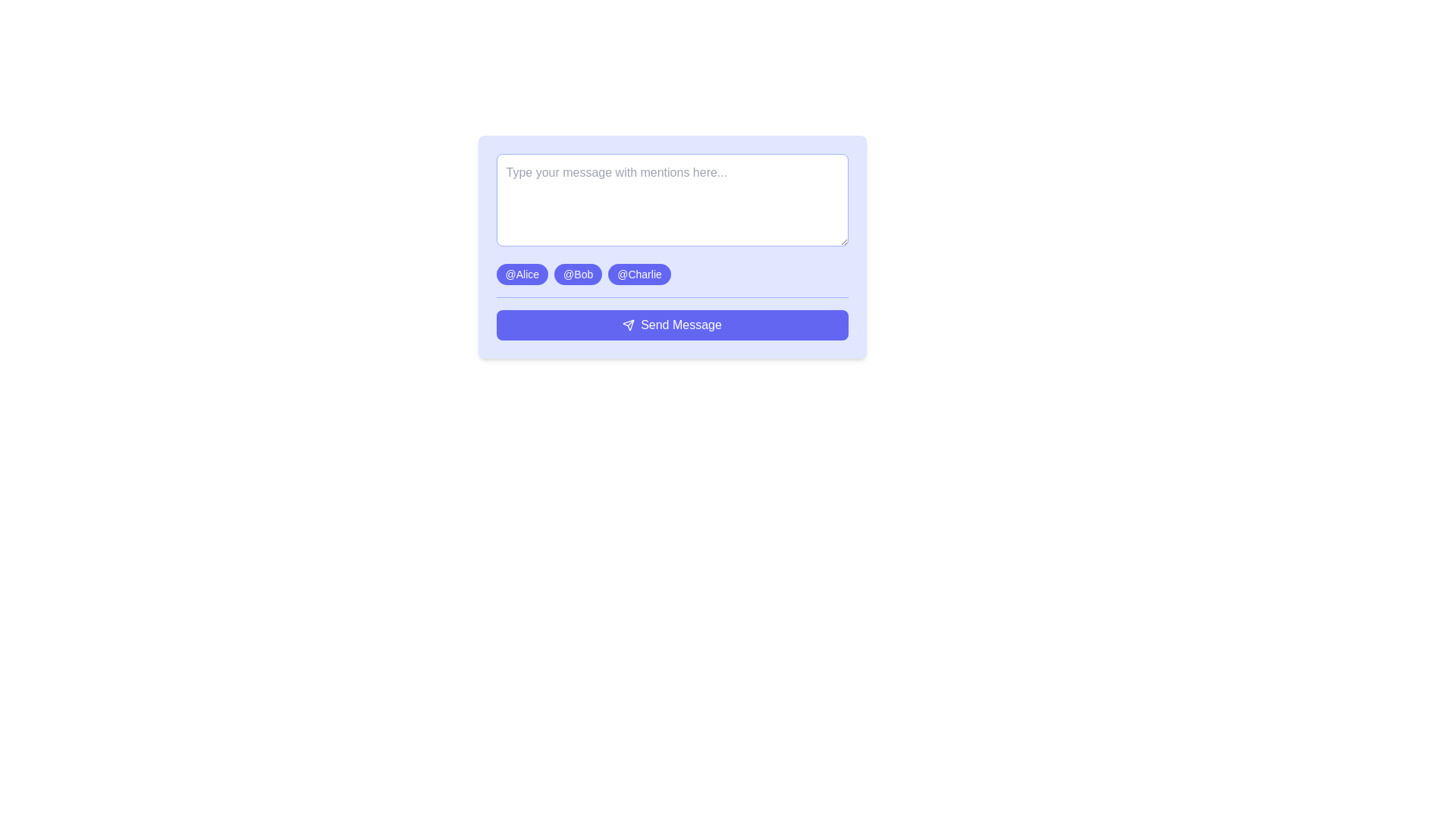  What do you see at coordinates (629, 324) in the screenshot?
I see `the triangular-shaped send icon located within the 'Send Message' button, which appears as a line drawing resembling a paper plane` at bounding box center [629, 324].